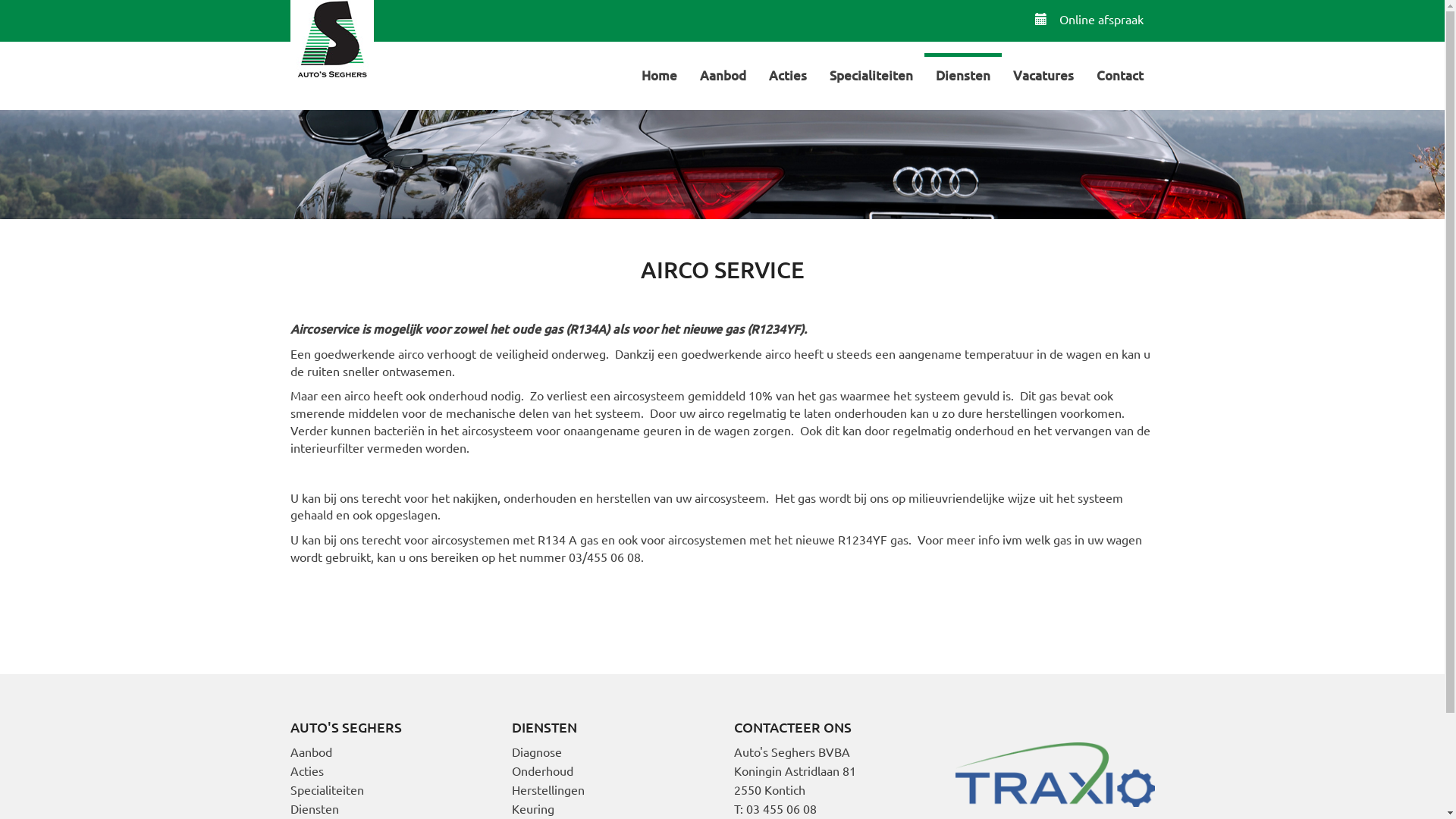  I want to click on 'Lid van Traxio', so click(1054, 772).